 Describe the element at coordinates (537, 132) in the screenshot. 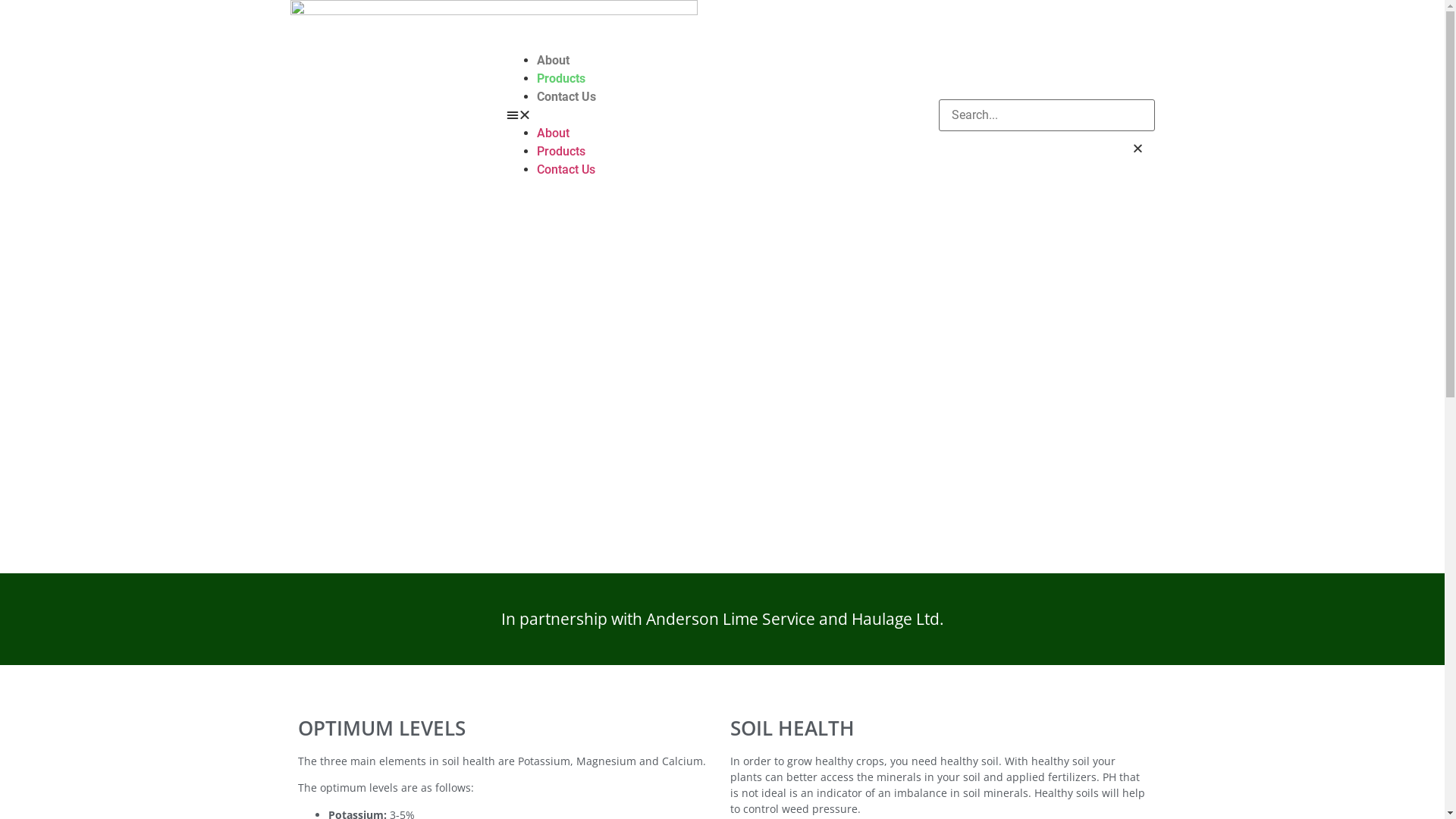

I see `'About'` at that location.